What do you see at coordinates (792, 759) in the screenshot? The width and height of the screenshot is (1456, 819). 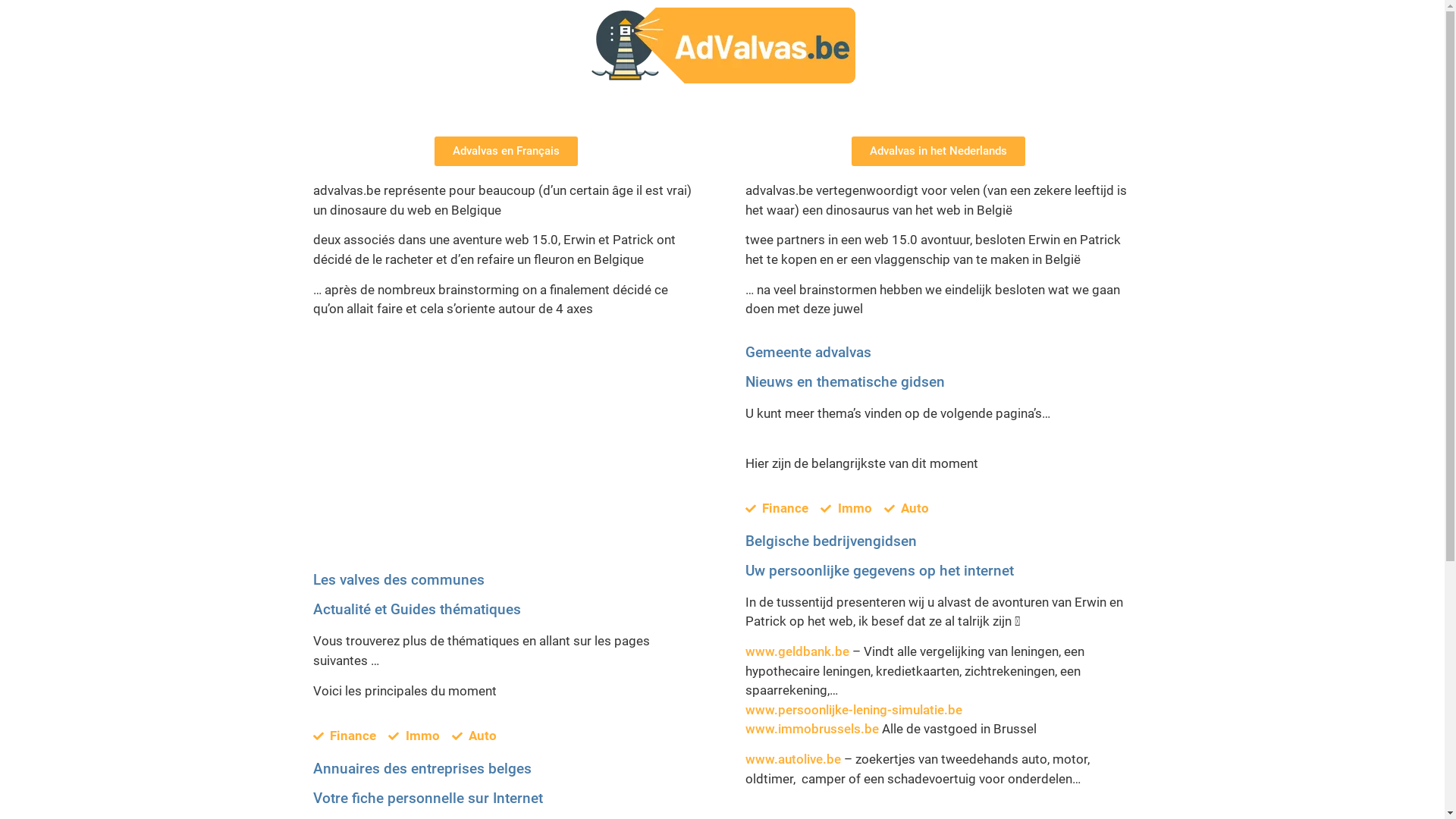 I see `'www.autolive.be'` at bounding box center [792, 759].